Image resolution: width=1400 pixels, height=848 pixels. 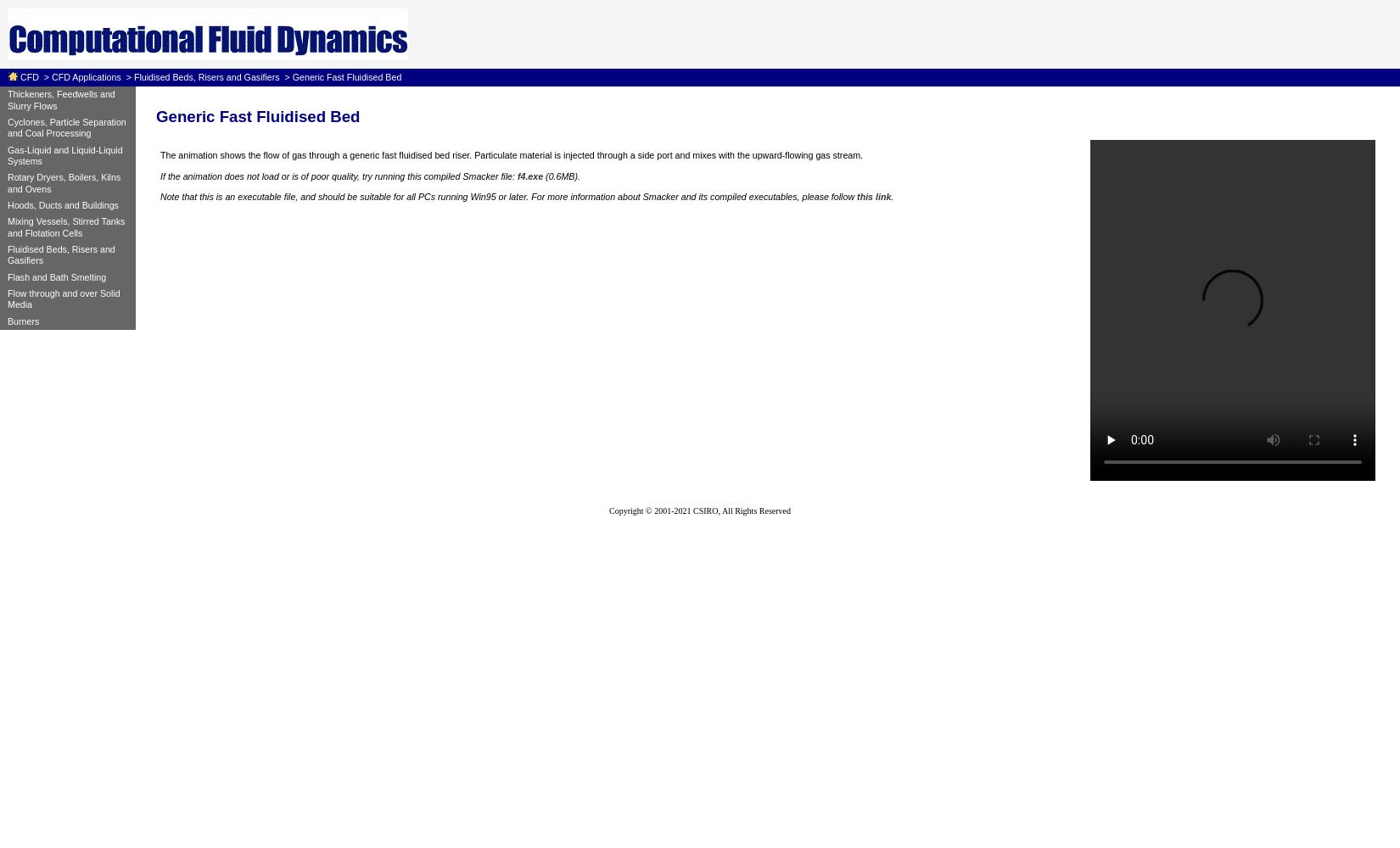 I want to click on 'f4.exe', so click(x=516, y=176).